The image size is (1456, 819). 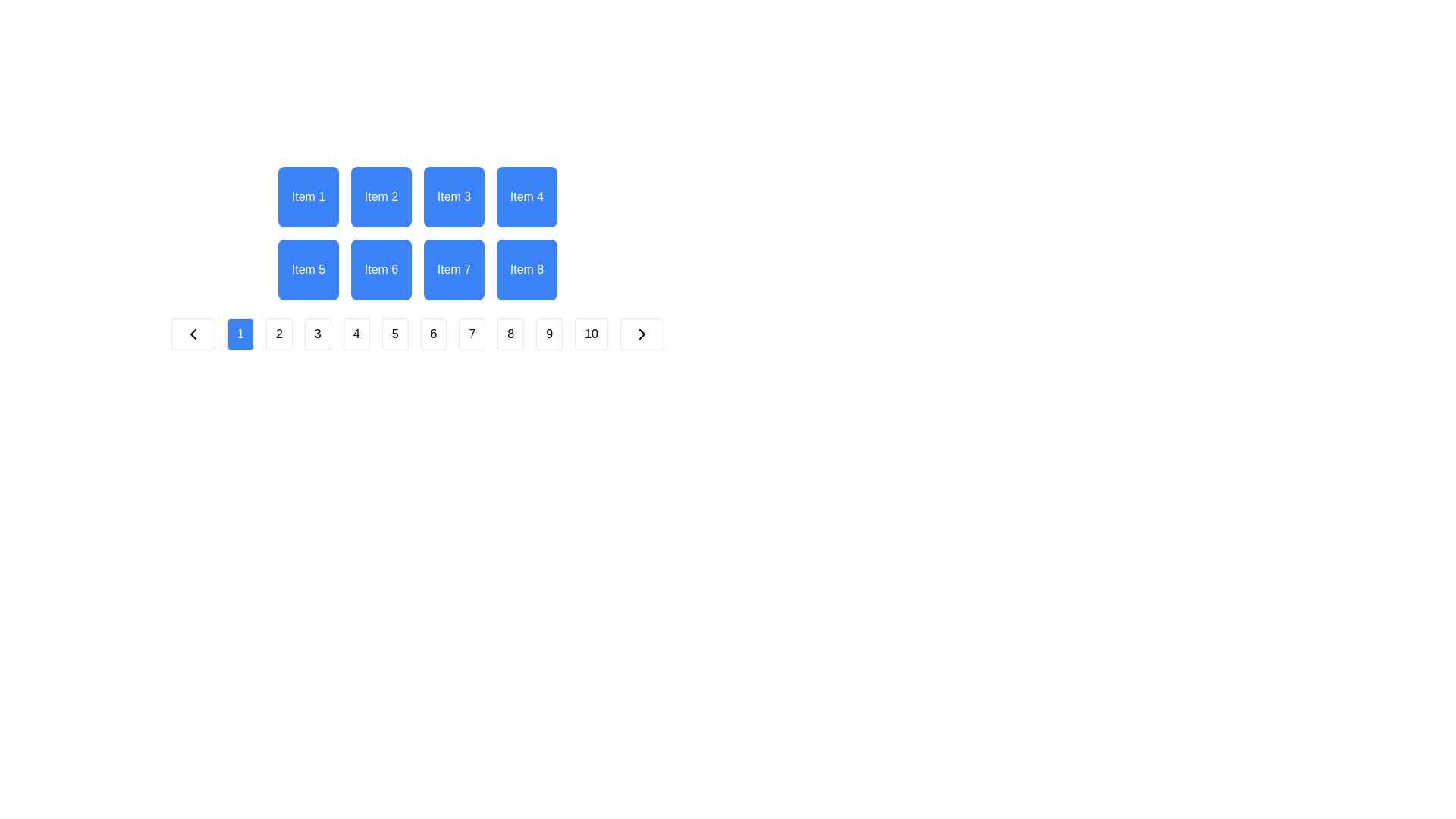 I want to click on the static tile with a bright blue background and white text displaying 'Item 1', located at the top-left position of the grid layout, so click(x=308, y=196).